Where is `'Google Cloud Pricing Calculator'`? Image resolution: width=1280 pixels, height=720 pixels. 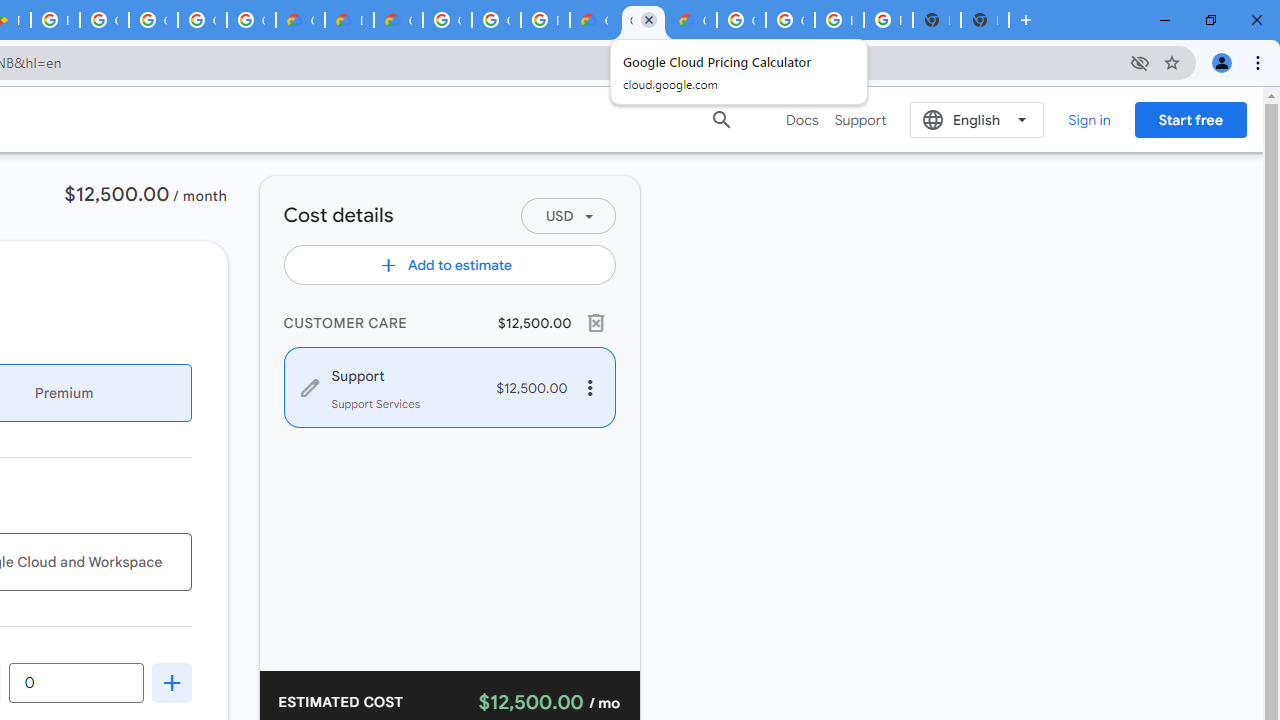
'Google Cloud Pricing Calculator' is located at coordinates (643, 20).